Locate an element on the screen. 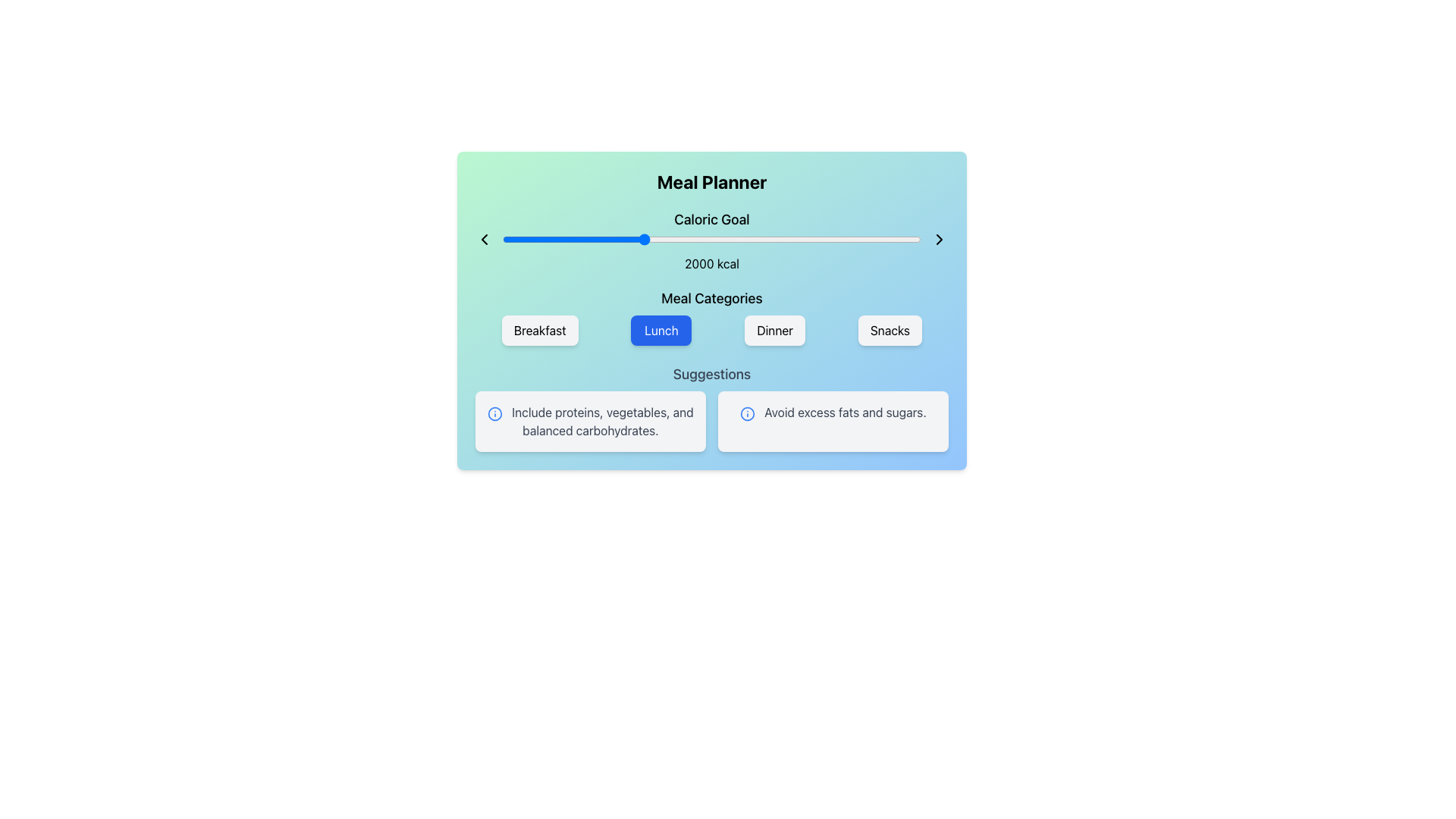  the caloric goal is located at coordinates (564, 239).